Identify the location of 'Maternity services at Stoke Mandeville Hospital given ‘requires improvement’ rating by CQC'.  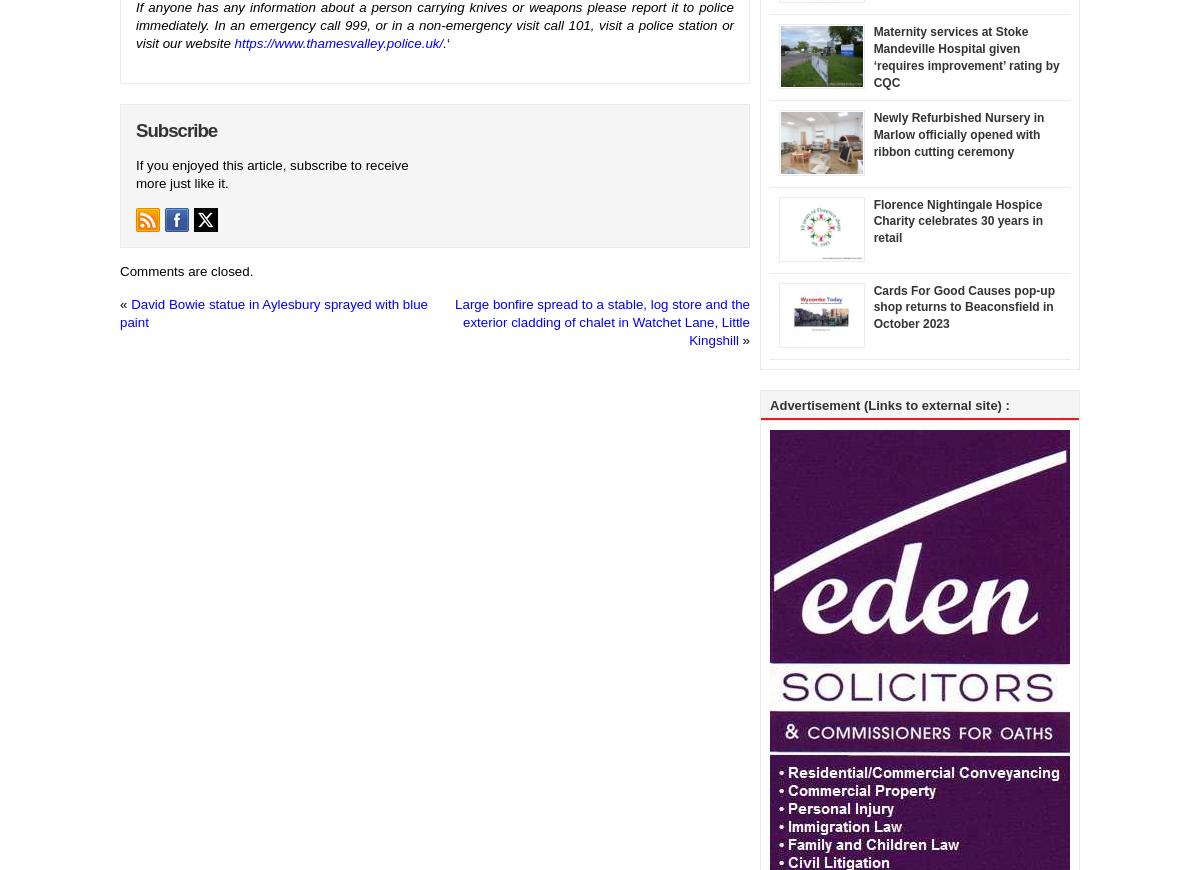
(872, 55).